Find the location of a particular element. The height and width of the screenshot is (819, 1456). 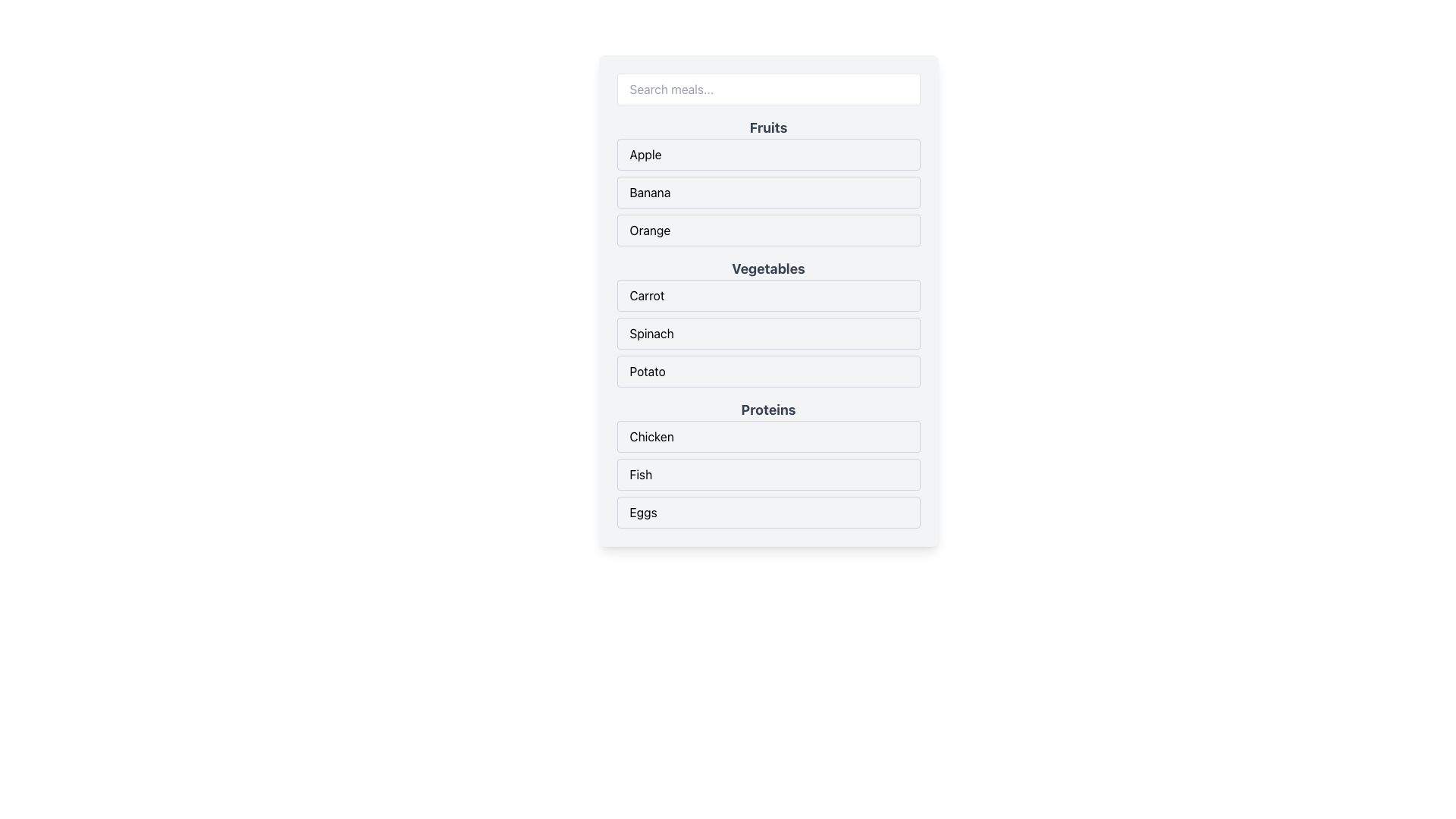

the third button-like menu item under the 'Vegetables' section is located at coordinates (768, 371).